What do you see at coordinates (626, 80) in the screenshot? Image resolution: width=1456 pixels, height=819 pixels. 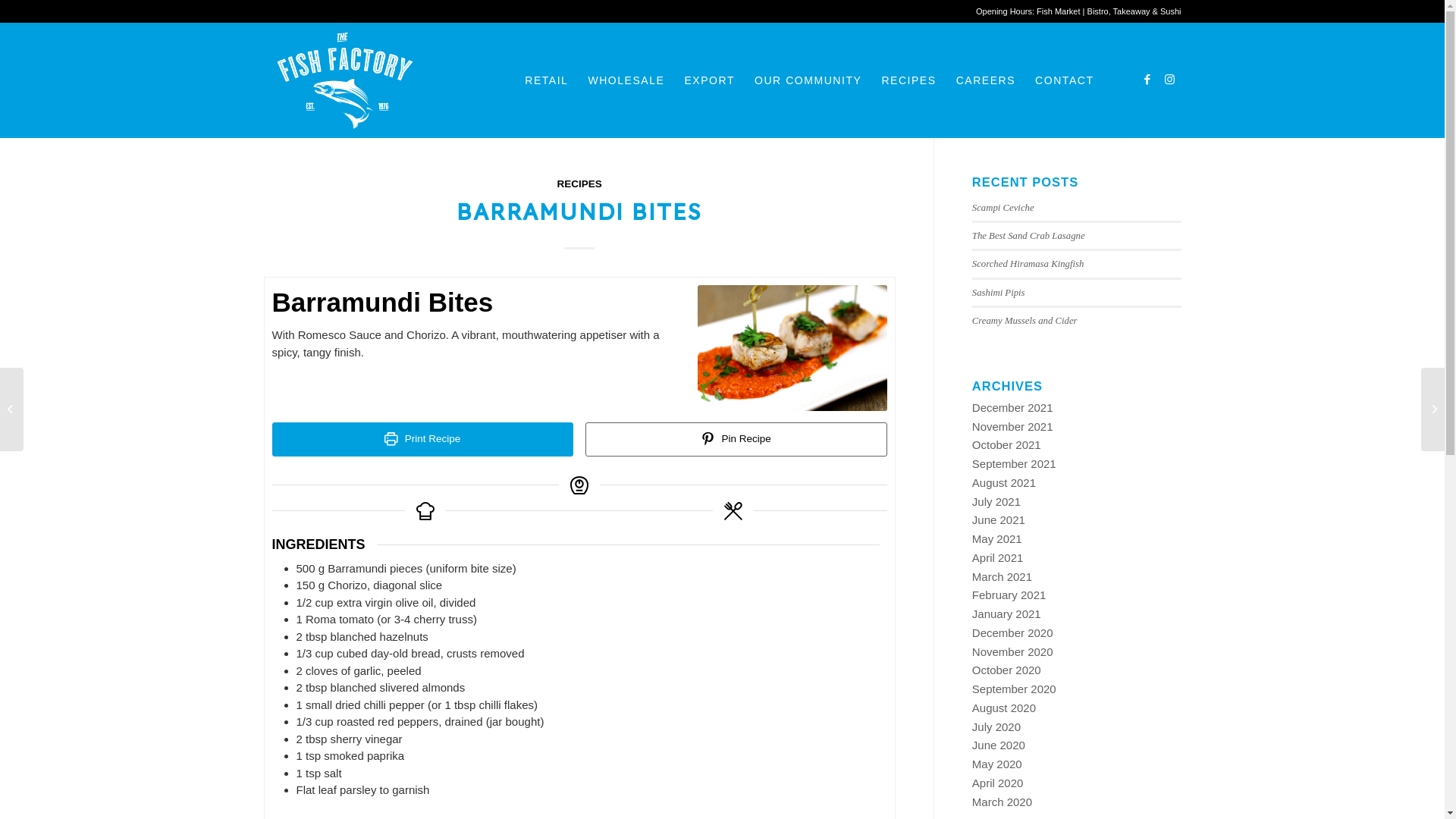 I see `'WHOLESALE'` at bounding box center [626, 80].